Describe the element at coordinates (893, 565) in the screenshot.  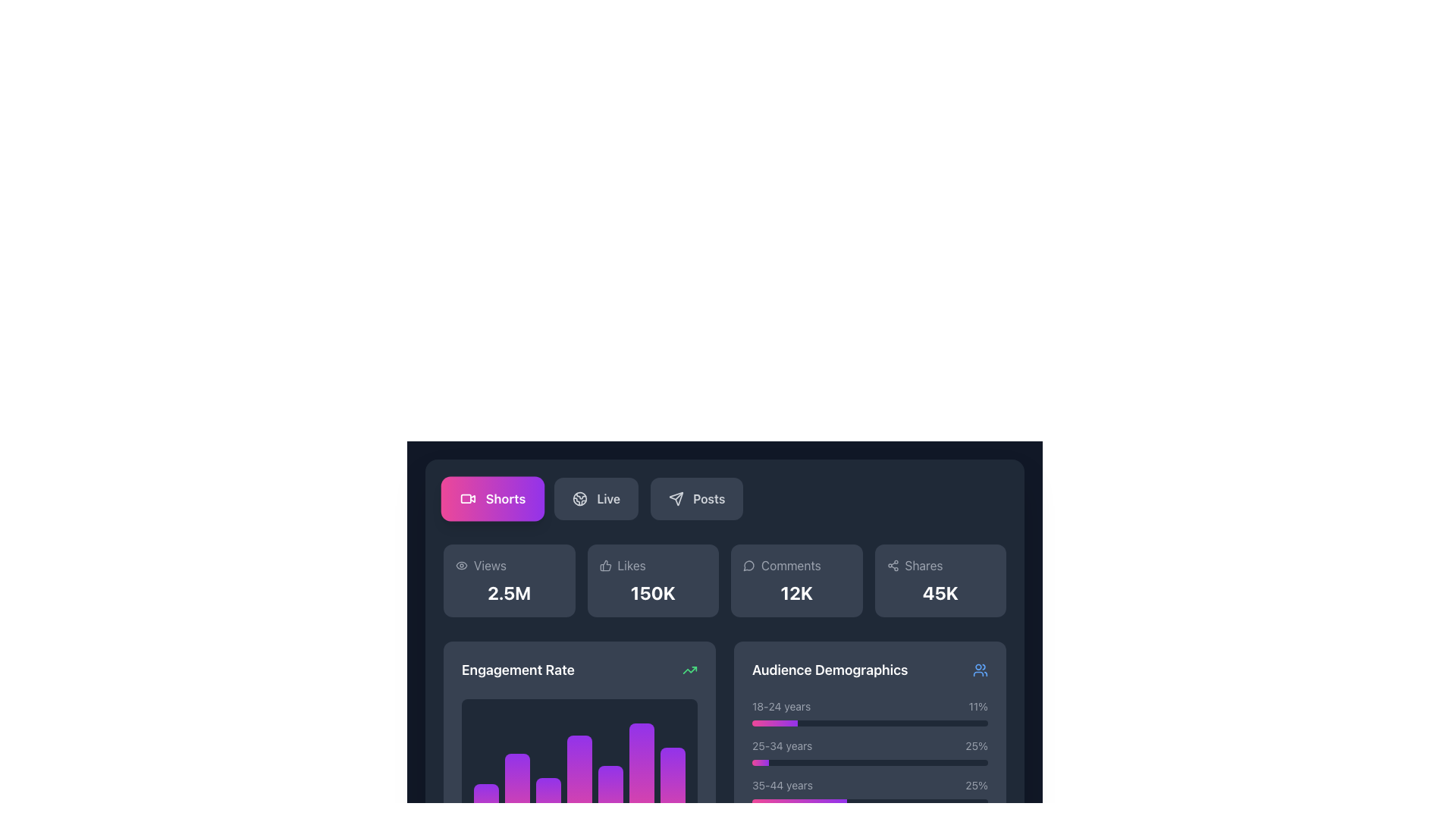
I see `the share icon located in the top-right corner of the grey box containing the label 'Shares' and the number '45K'` at that location.